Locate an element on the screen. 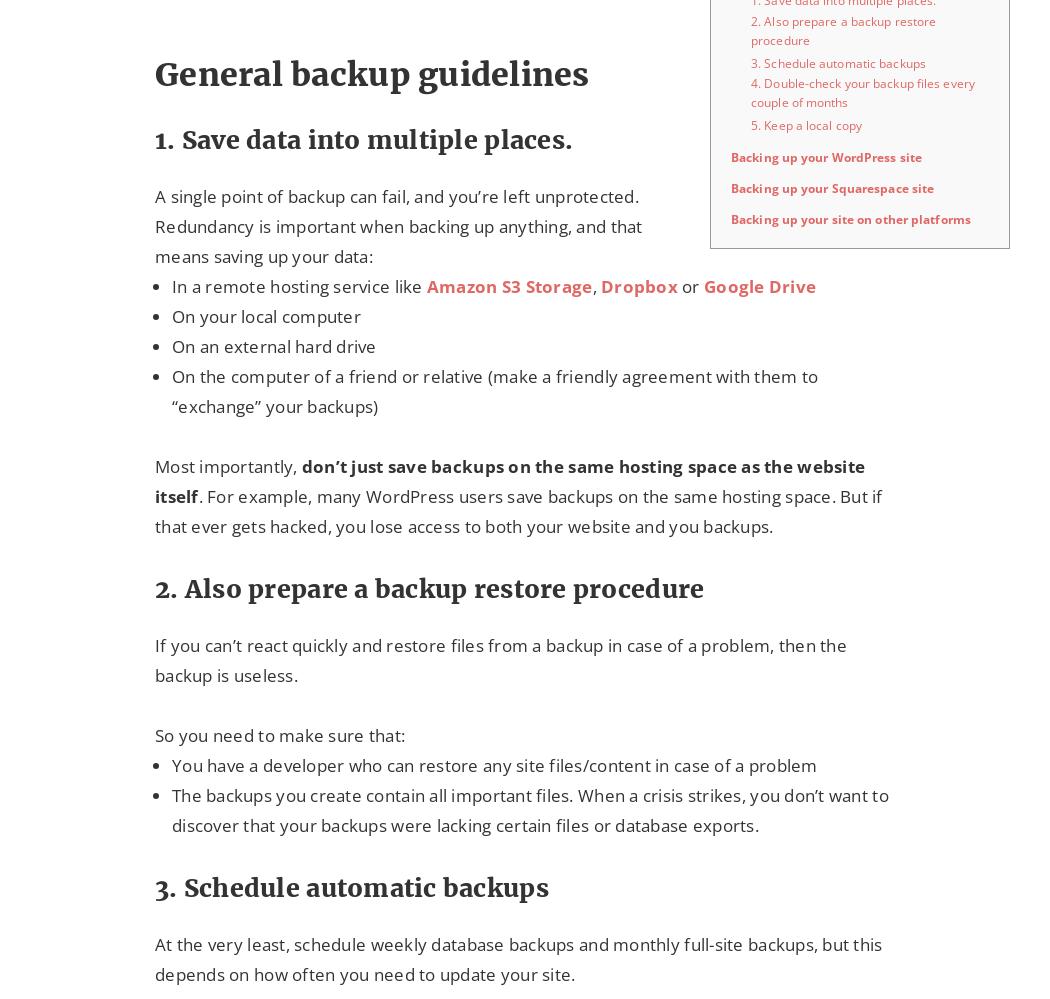 The width and height of the screenshot is (1050, 999). 'Backing up your site on other platforms' is located at coordinates (850, 217).